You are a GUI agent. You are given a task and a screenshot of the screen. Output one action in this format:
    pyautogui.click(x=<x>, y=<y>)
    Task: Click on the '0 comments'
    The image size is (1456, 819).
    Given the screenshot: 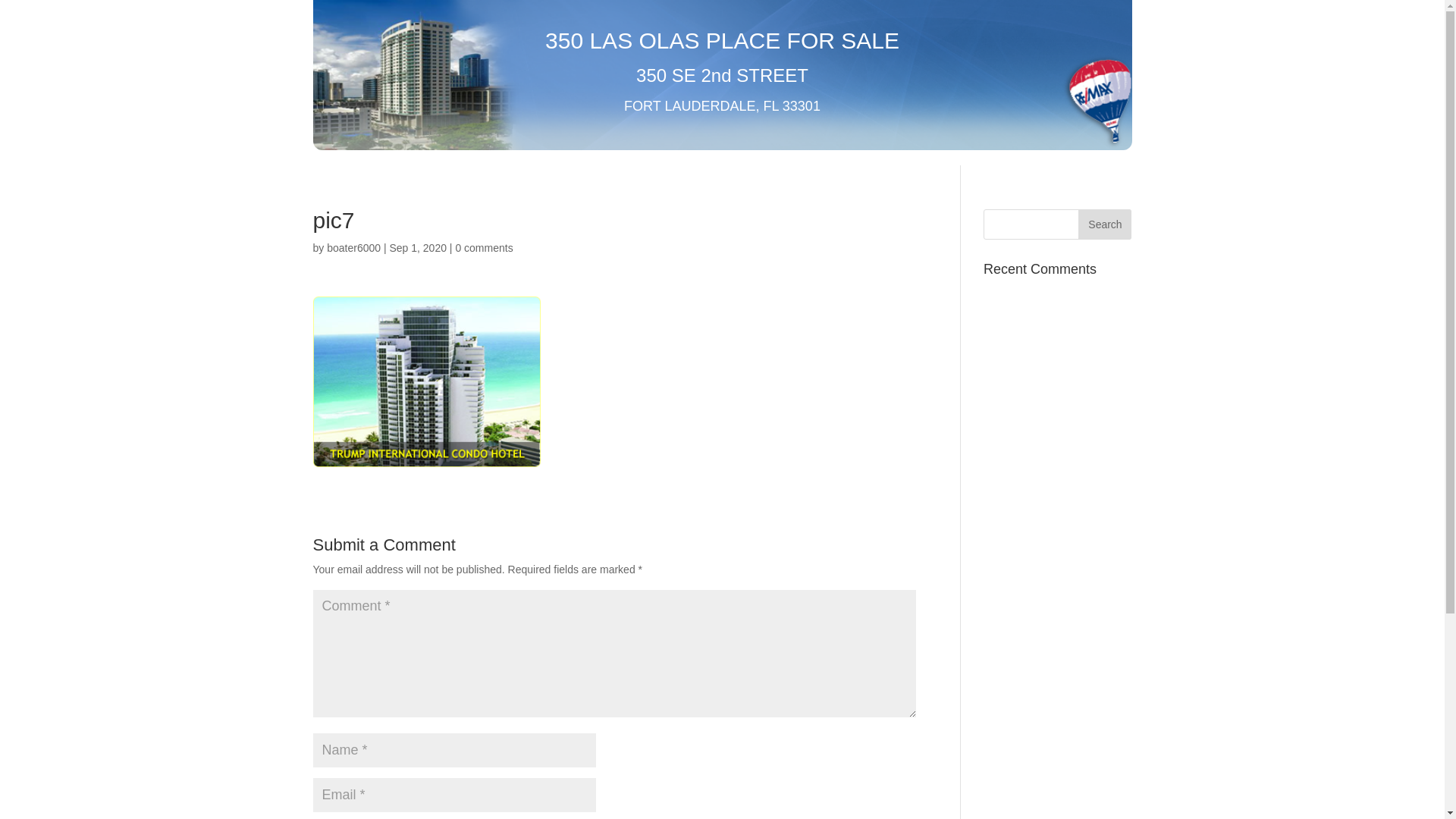 What is the action you would take?
    pyautogui.click(x=483, y=247)
    